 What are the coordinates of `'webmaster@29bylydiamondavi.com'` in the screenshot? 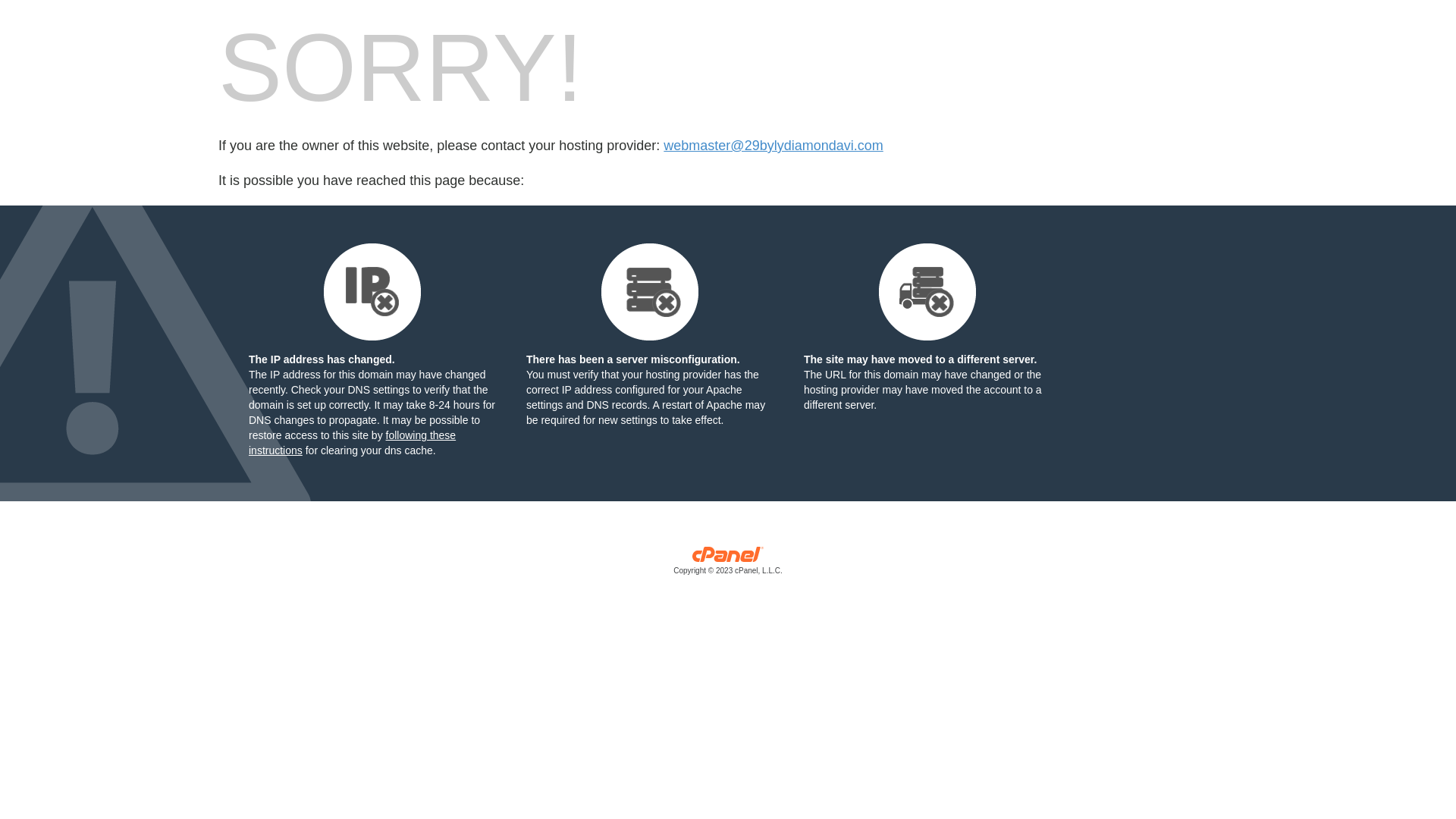 It's located at (773, 146).